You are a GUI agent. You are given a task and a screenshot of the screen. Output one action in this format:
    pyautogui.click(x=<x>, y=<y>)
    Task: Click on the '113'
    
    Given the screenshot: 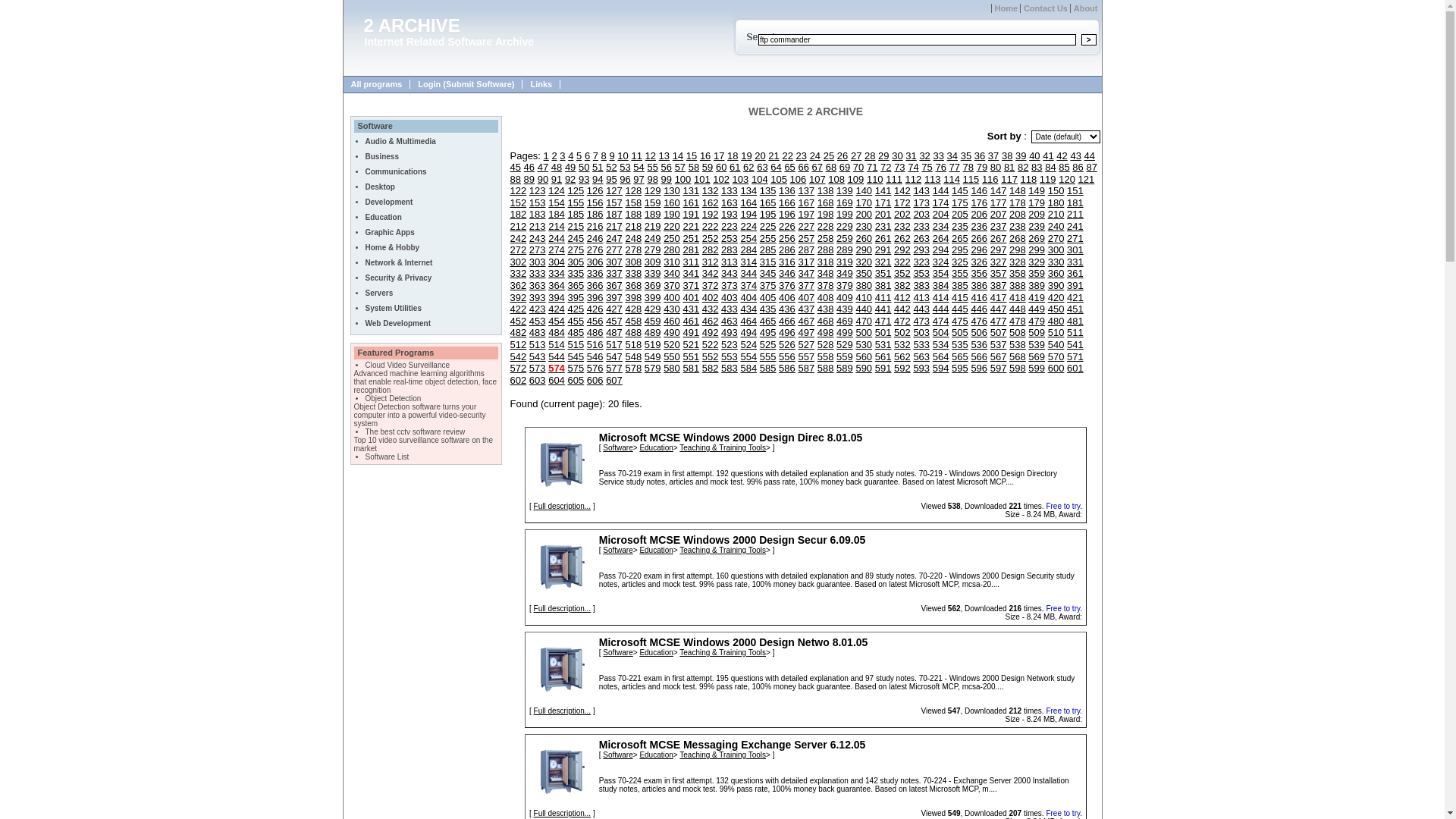 What is the action you would take?
    pyautogui.click(x=931, y=178)
    